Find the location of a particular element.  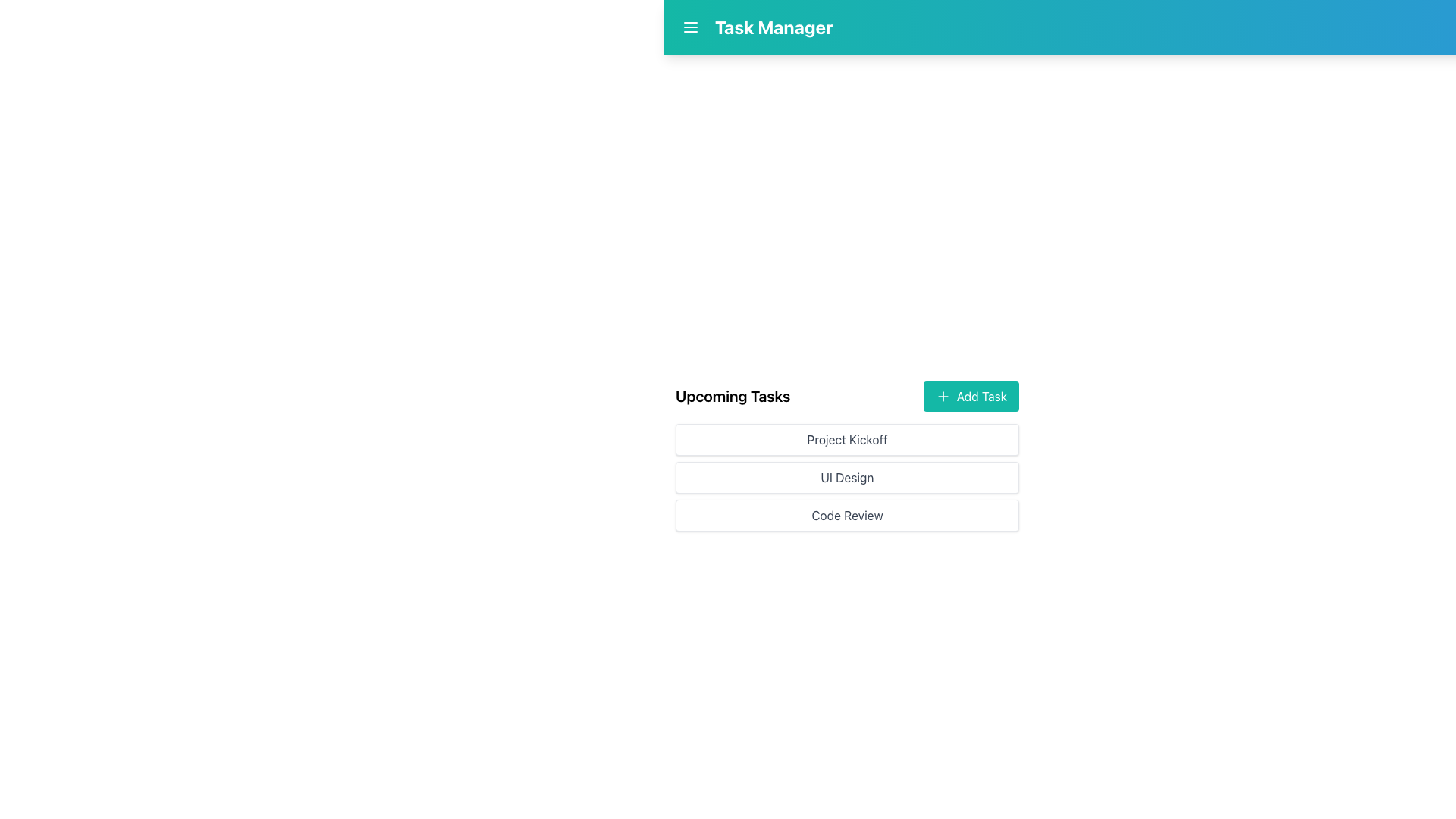

the 'Project Kickoff' text label, which is a rectangular button-like structure with rounded corners and a subtle shadow effect, positioned beneath the 'Upcoming Tasks' header is located at coordinates (846, 439).